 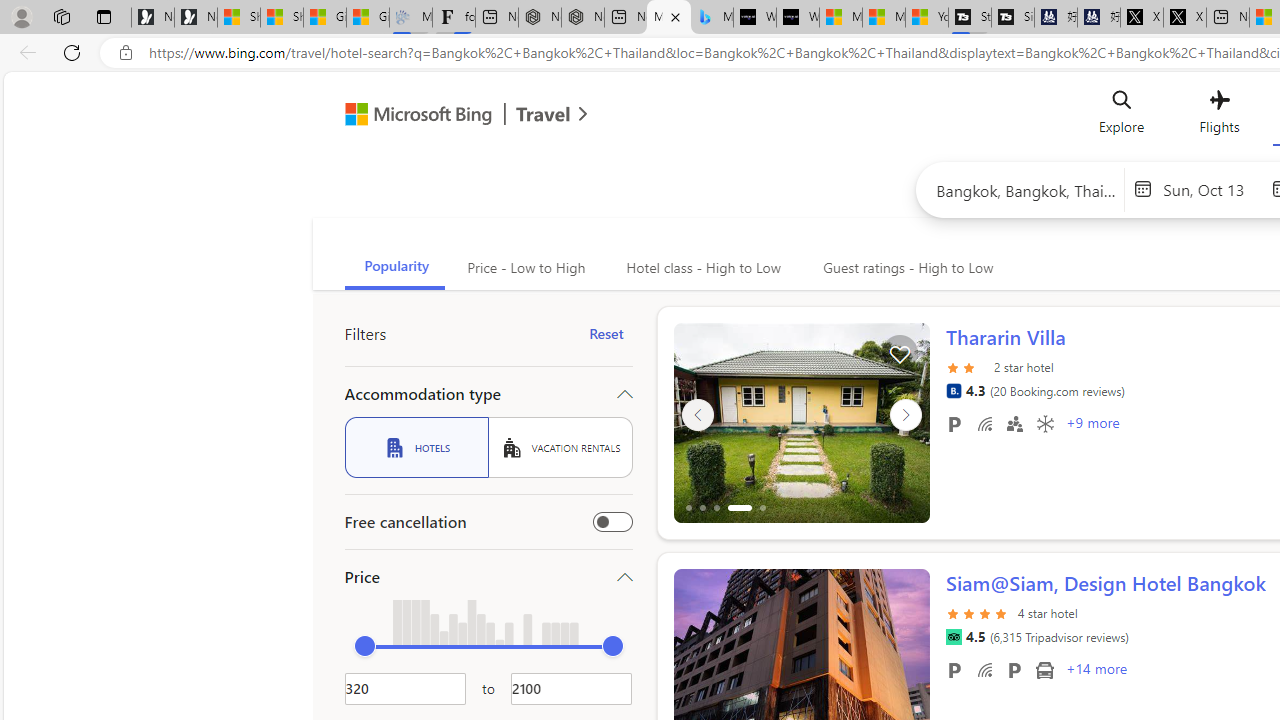 What do you see at coordinates (797, 17) in the screenshot?
I see `'What'` at bounding box center [797, 17].